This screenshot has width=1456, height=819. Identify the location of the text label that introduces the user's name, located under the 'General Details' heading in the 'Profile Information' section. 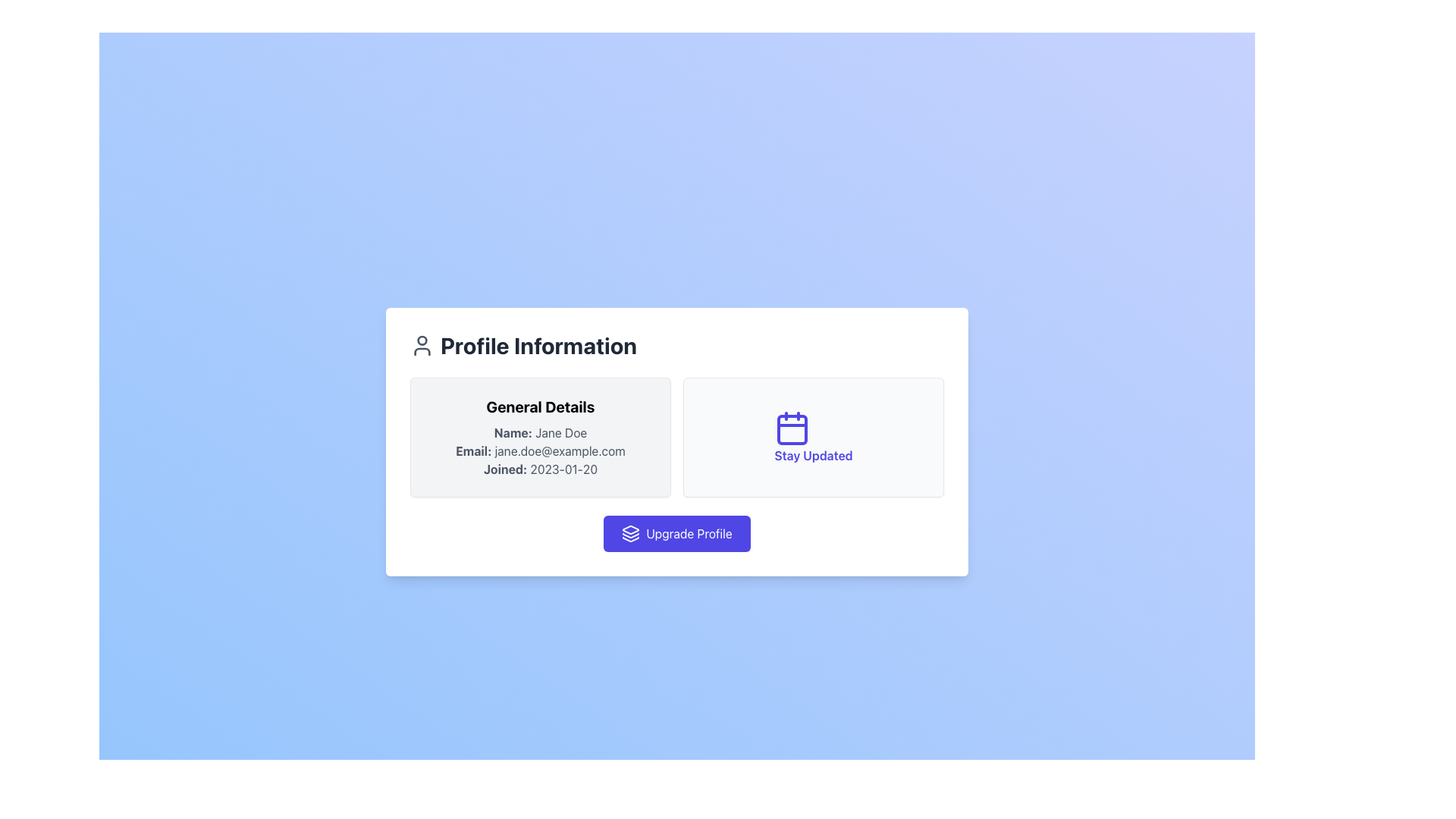
(513, 432).